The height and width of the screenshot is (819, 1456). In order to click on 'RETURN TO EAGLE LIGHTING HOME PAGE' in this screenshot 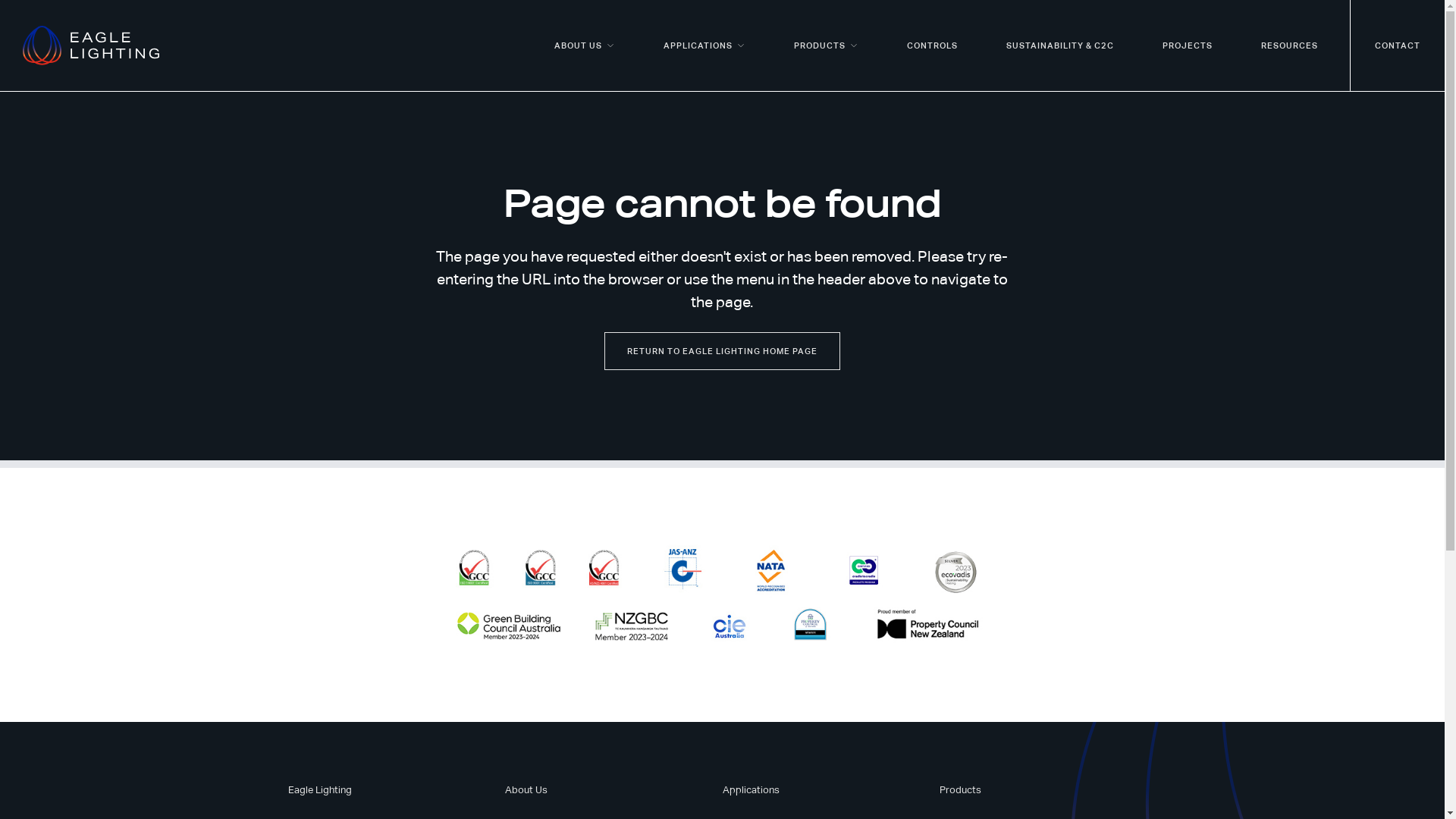, I will do `click(721, 350)`.